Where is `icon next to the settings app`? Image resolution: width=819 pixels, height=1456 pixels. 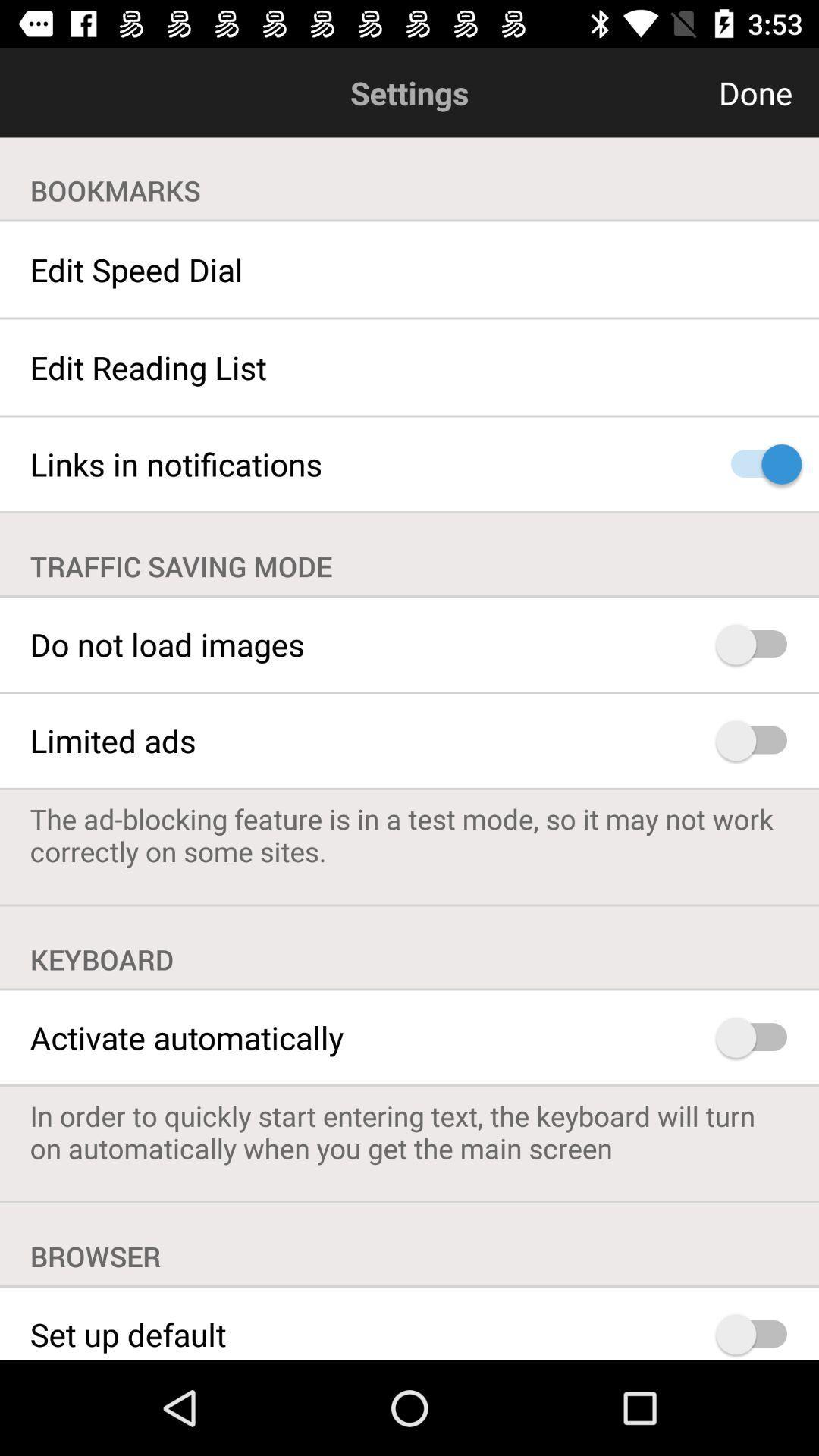 icon next to the settings app is located at coordinates (681, 92).